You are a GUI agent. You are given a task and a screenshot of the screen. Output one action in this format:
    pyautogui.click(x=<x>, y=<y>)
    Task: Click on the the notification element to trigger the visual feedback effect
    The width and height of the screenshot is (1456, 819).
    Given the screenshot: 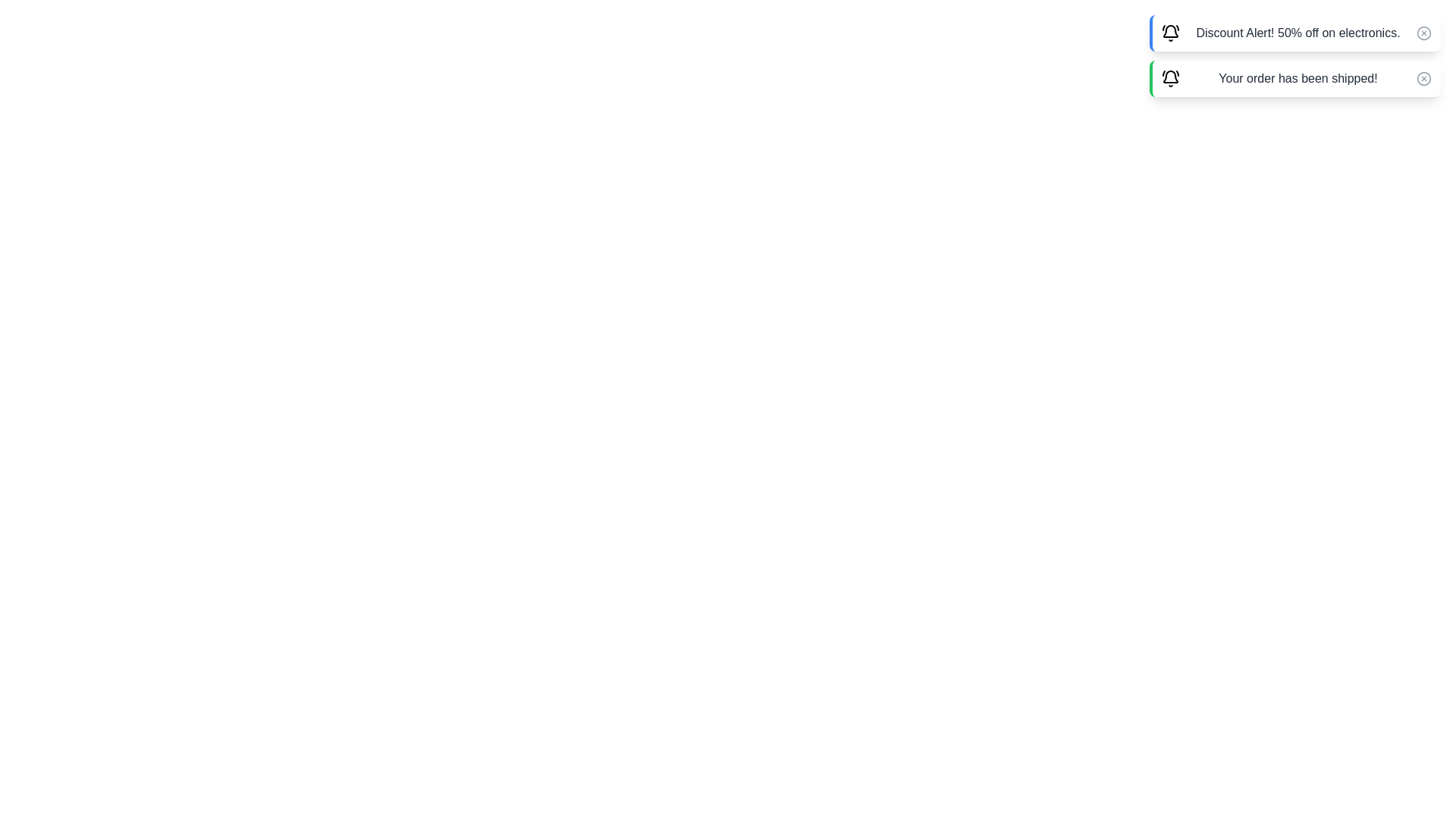 What is the action you would take?
    pyautogui.click(x=1294, y=33)
    